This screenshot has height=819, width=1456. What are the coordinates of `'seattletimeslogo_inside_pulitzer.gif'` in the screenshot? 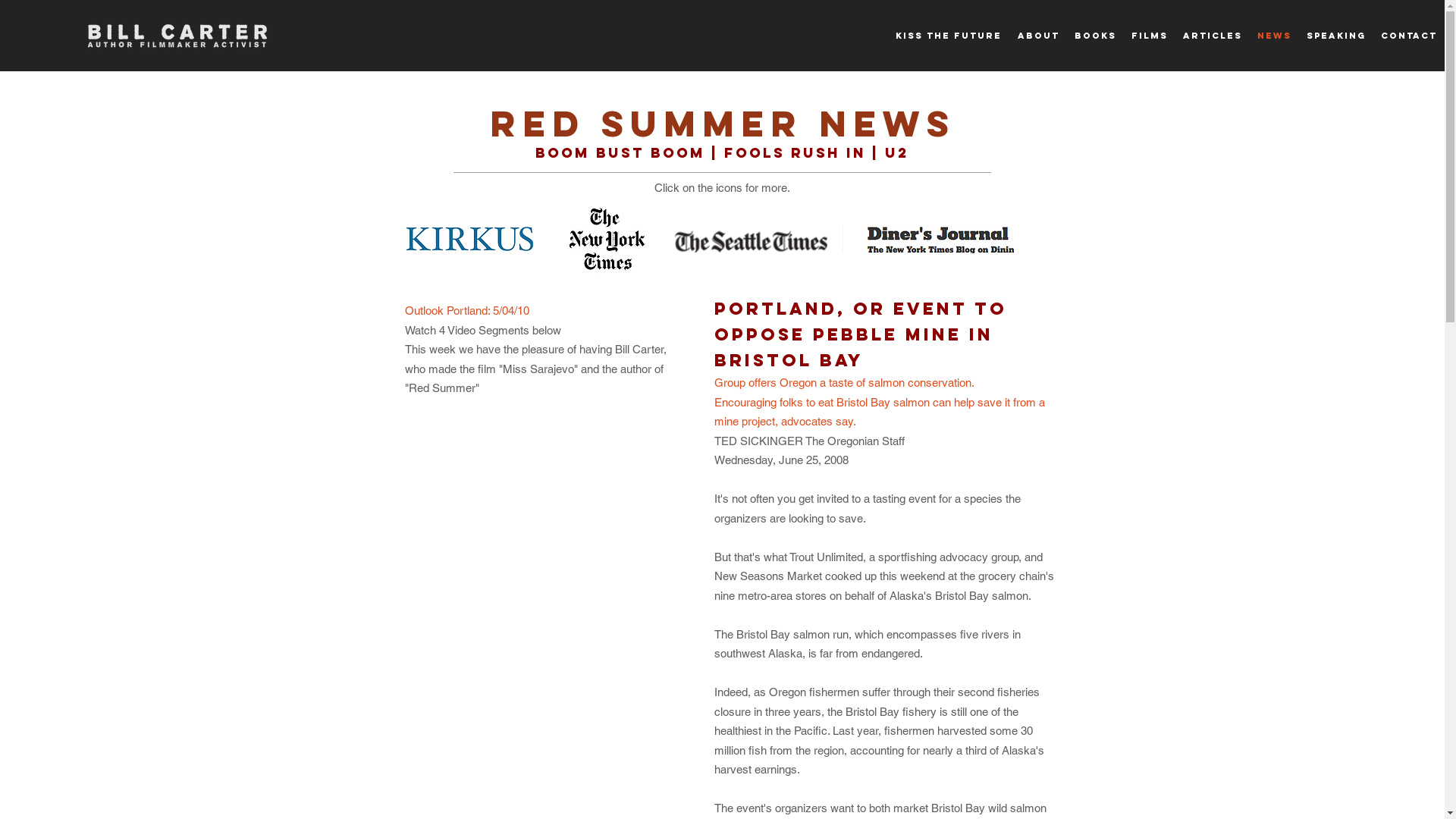 It's located at (759, 239).